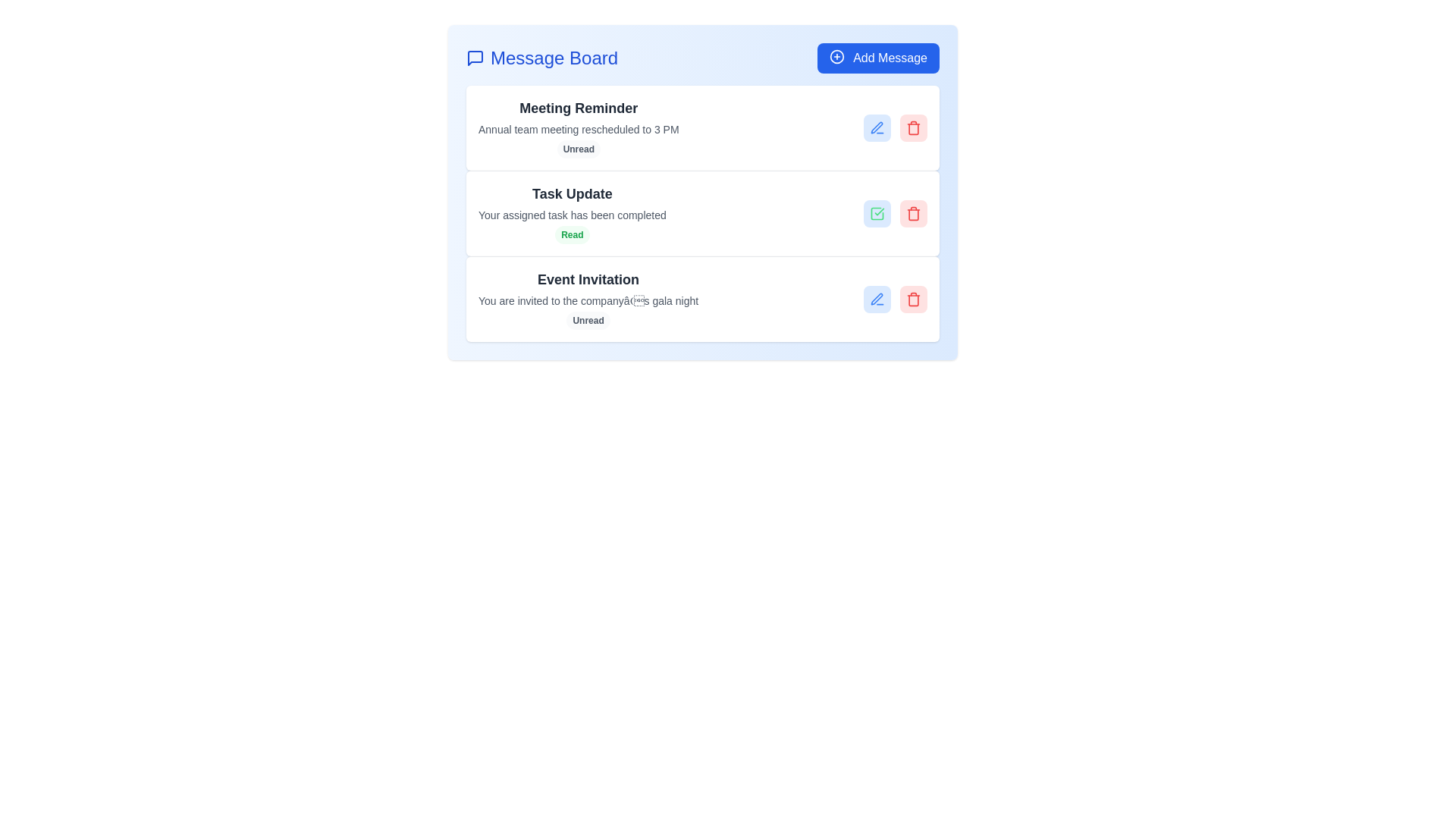 This screenshot has height=819, width=1456. I want to click on the content of the bold 'Event Invitation' text heading located under the 'Task Update' section, so click(588, 280).